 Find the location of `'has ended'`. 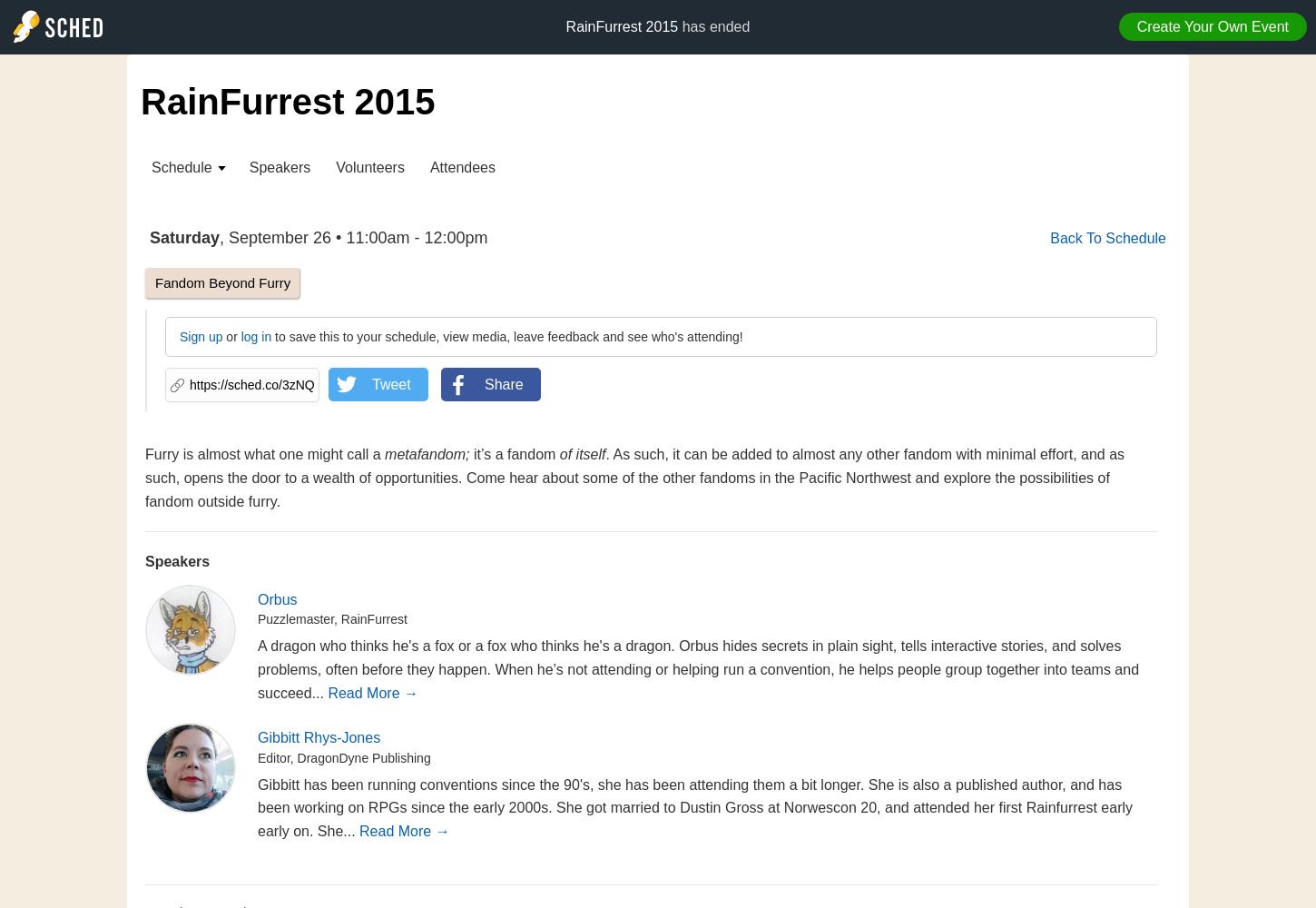

'has ended' is located at coordinates (713, 26).